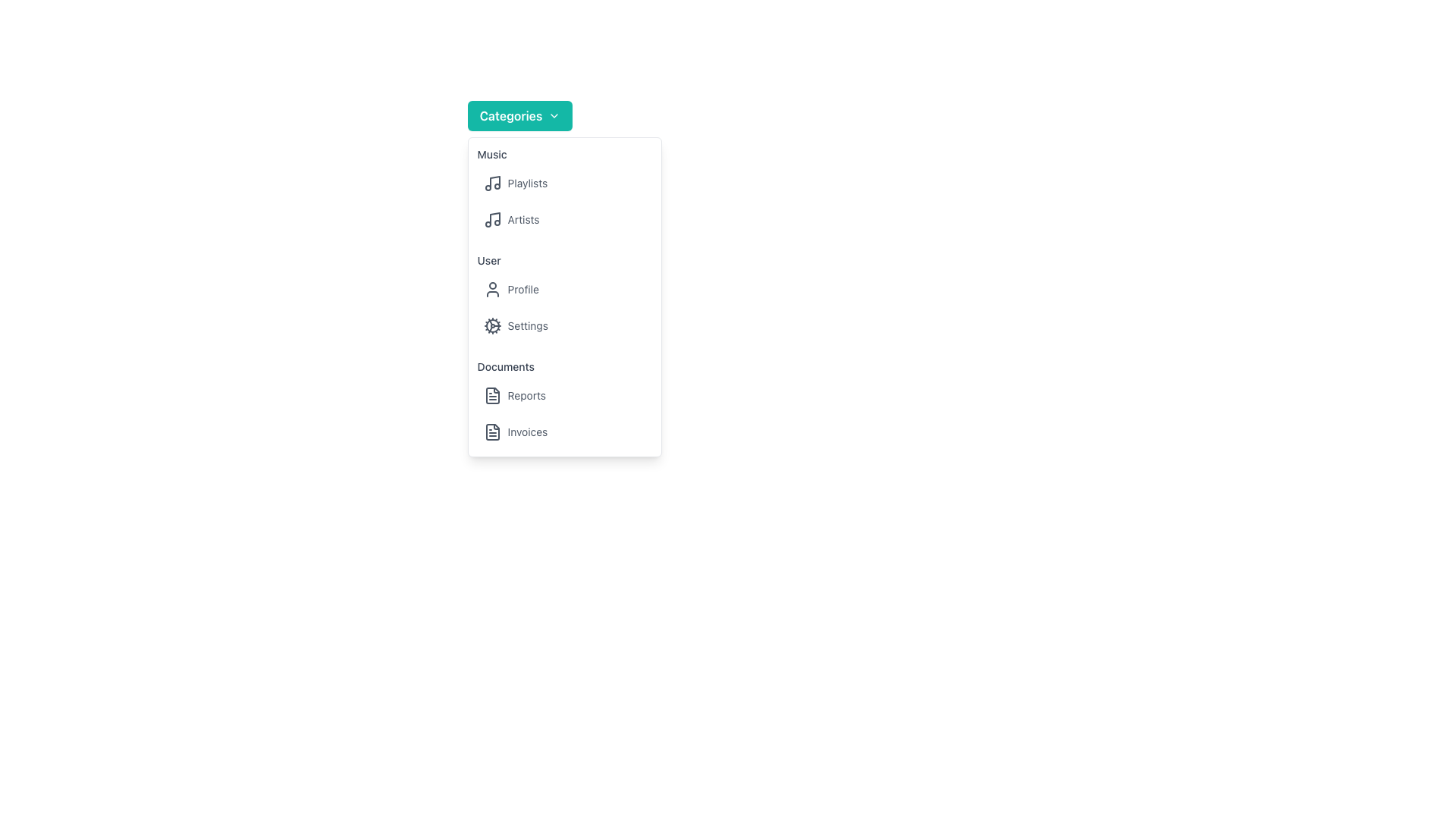  I want to click on the navigation button for artists located below the 'Playlists' option in the 'Music' section of the sidebar menu, so click(563, 219).